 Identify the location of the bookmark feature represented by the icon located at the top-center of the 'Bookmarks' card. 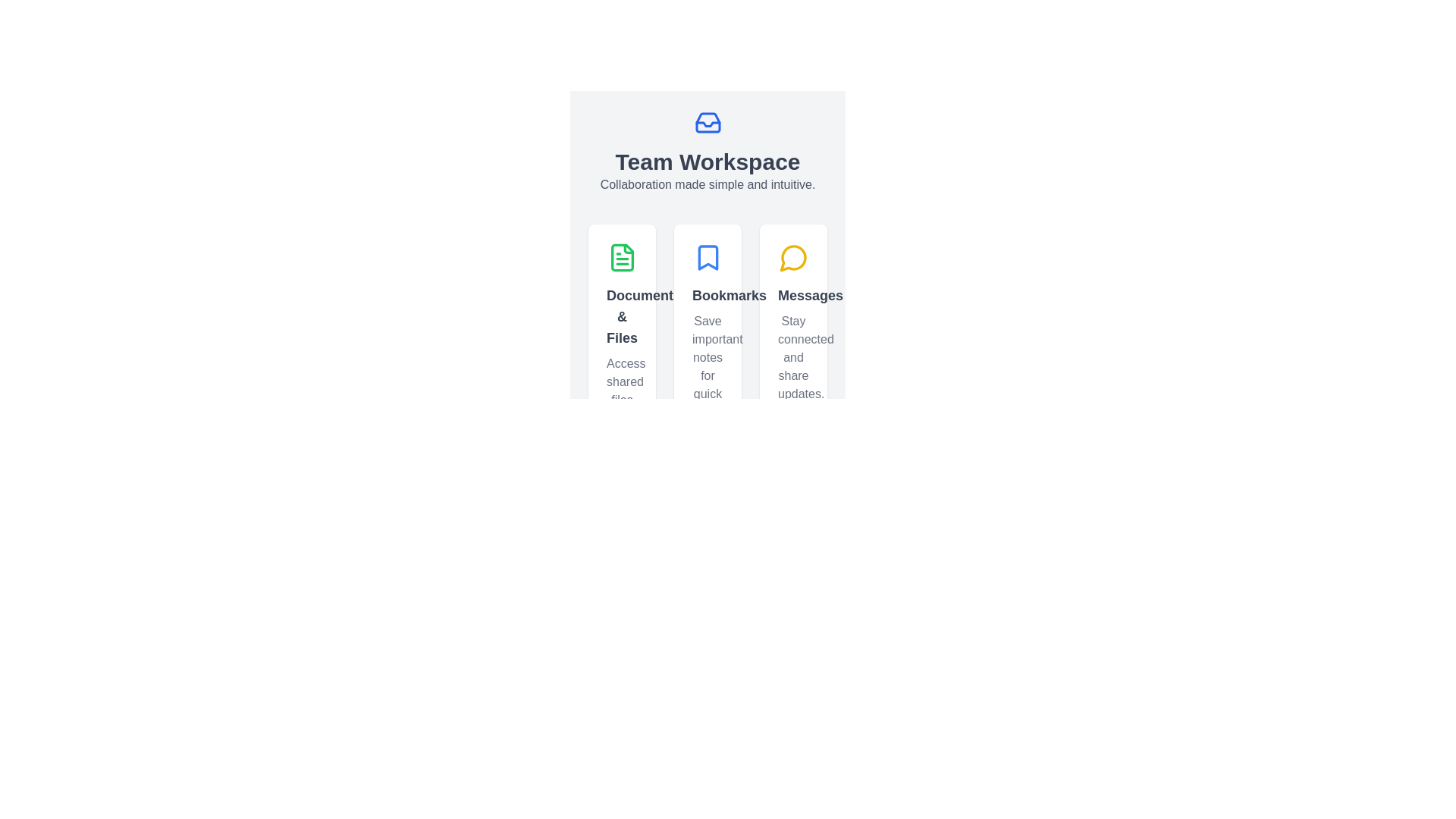
(707, 256).